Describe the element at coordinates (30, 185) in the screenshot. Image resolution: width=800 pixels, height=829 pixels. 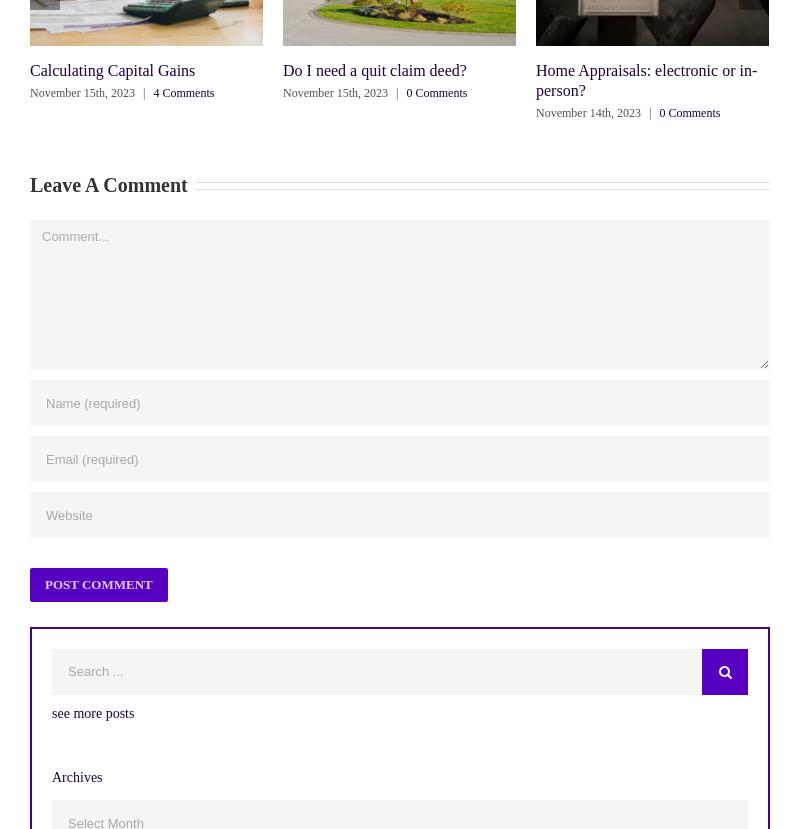
I see `'Leave A Comment'` at that location.